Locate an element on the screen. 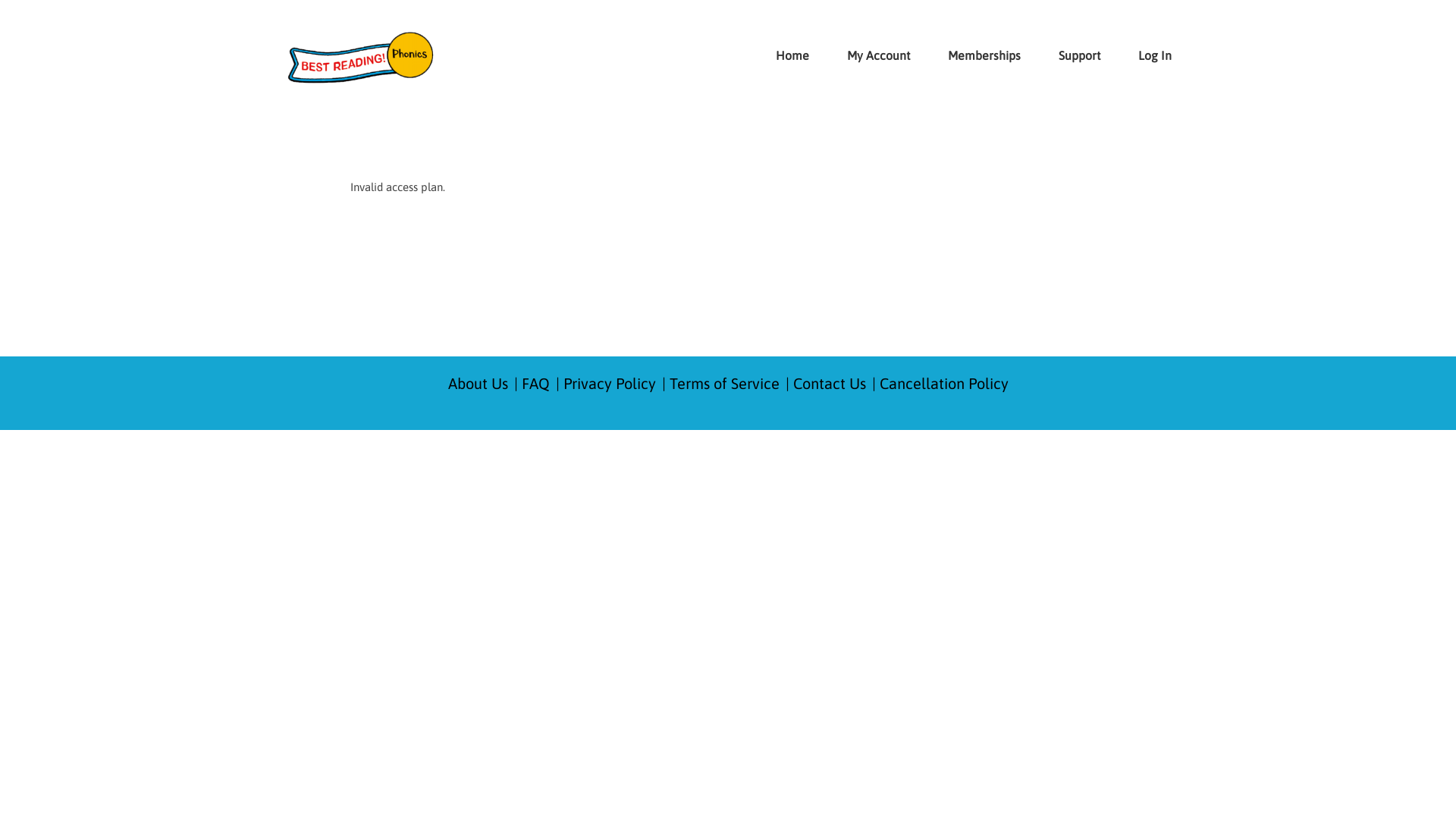 The image size is (1456, 819). 'About Us' is located at coordinates (476, 382).